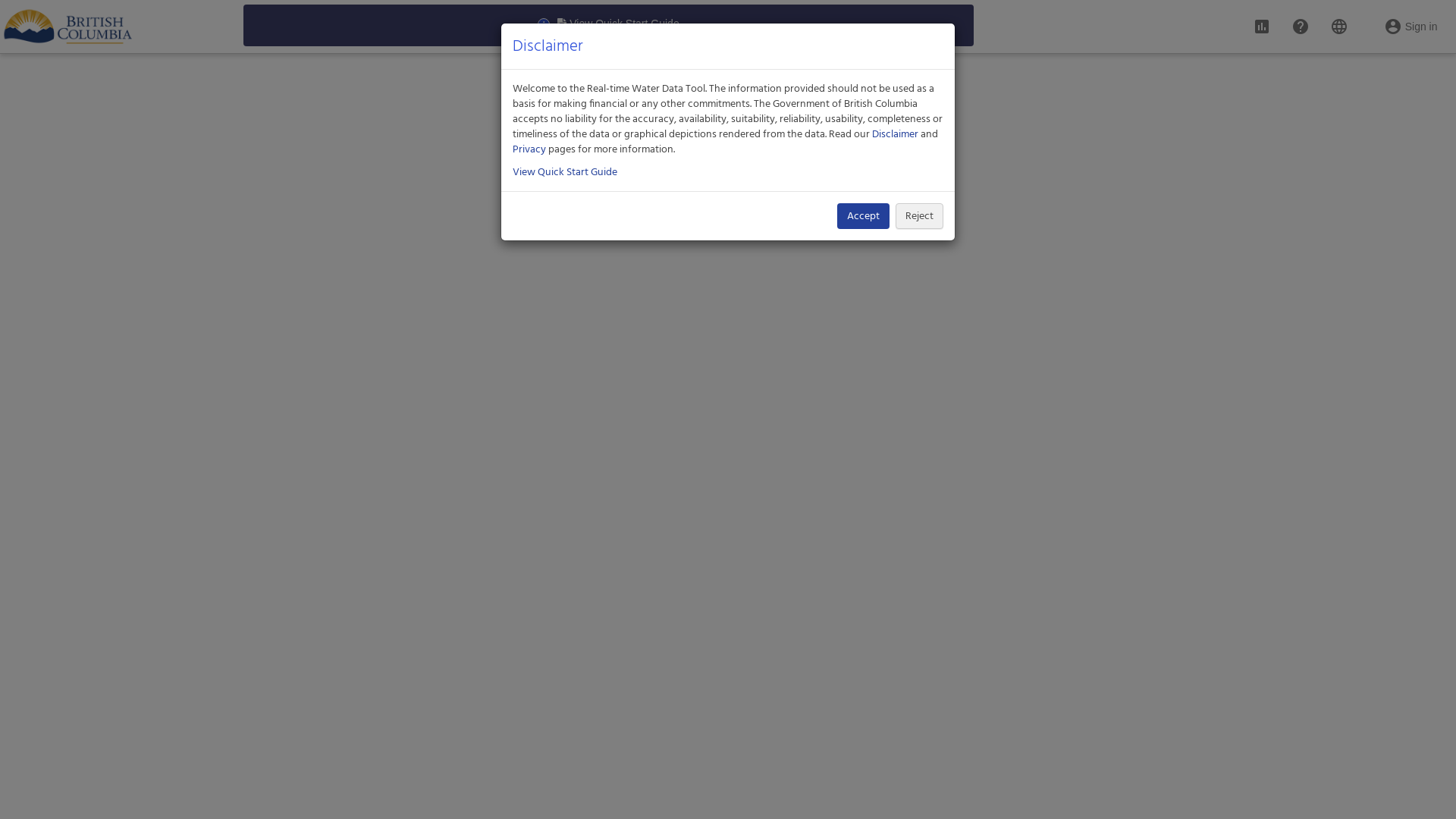 The height and width of the screenshot is (819, 1456). What do you see at coordinates (513, 149) in the screenshot?
I see `'Privacy'` at bounding box center [513, 149].